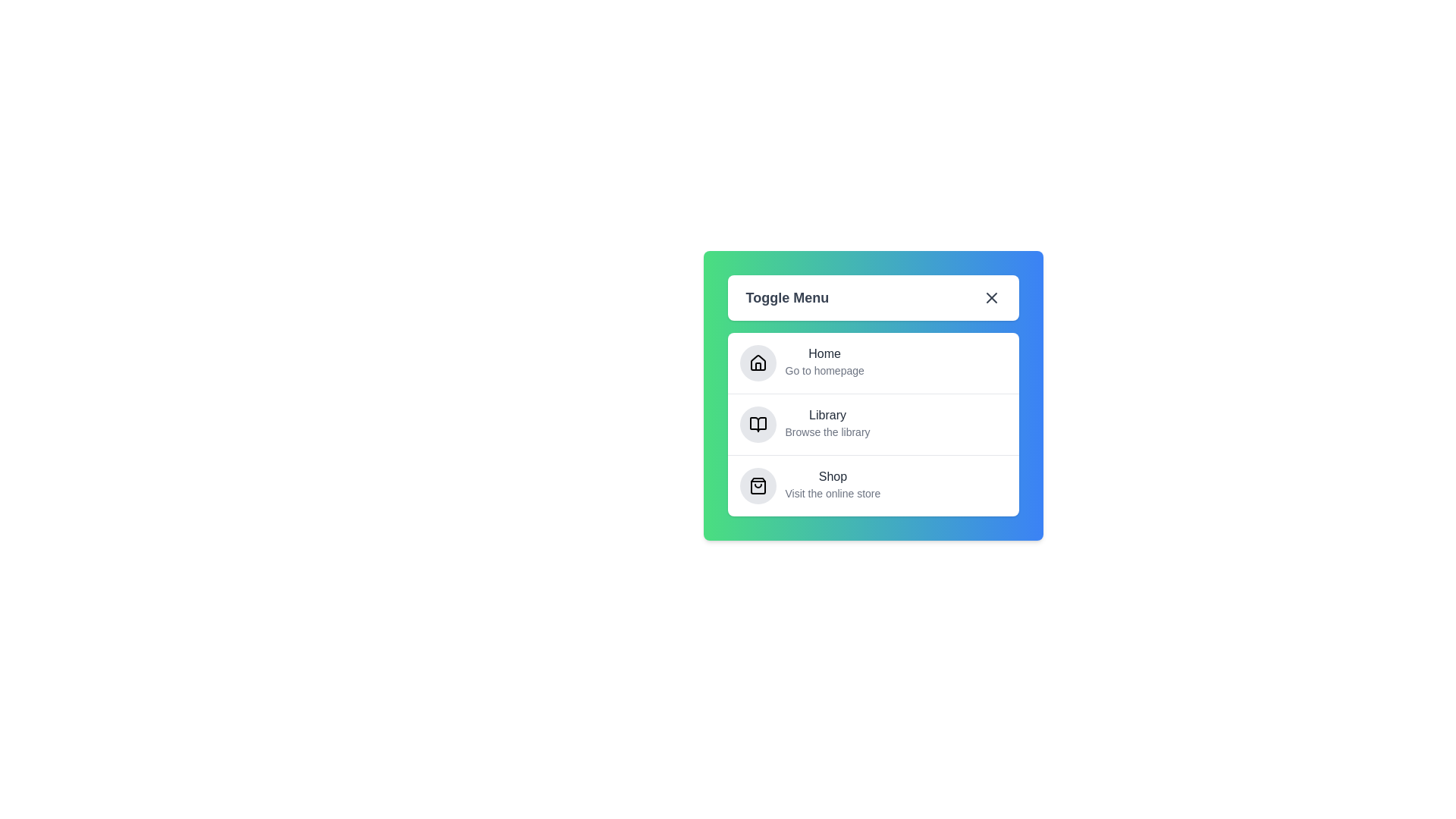  Describe the element at coordinates (827, 415) in the screenshot. I see `the menu item Library` at that location.